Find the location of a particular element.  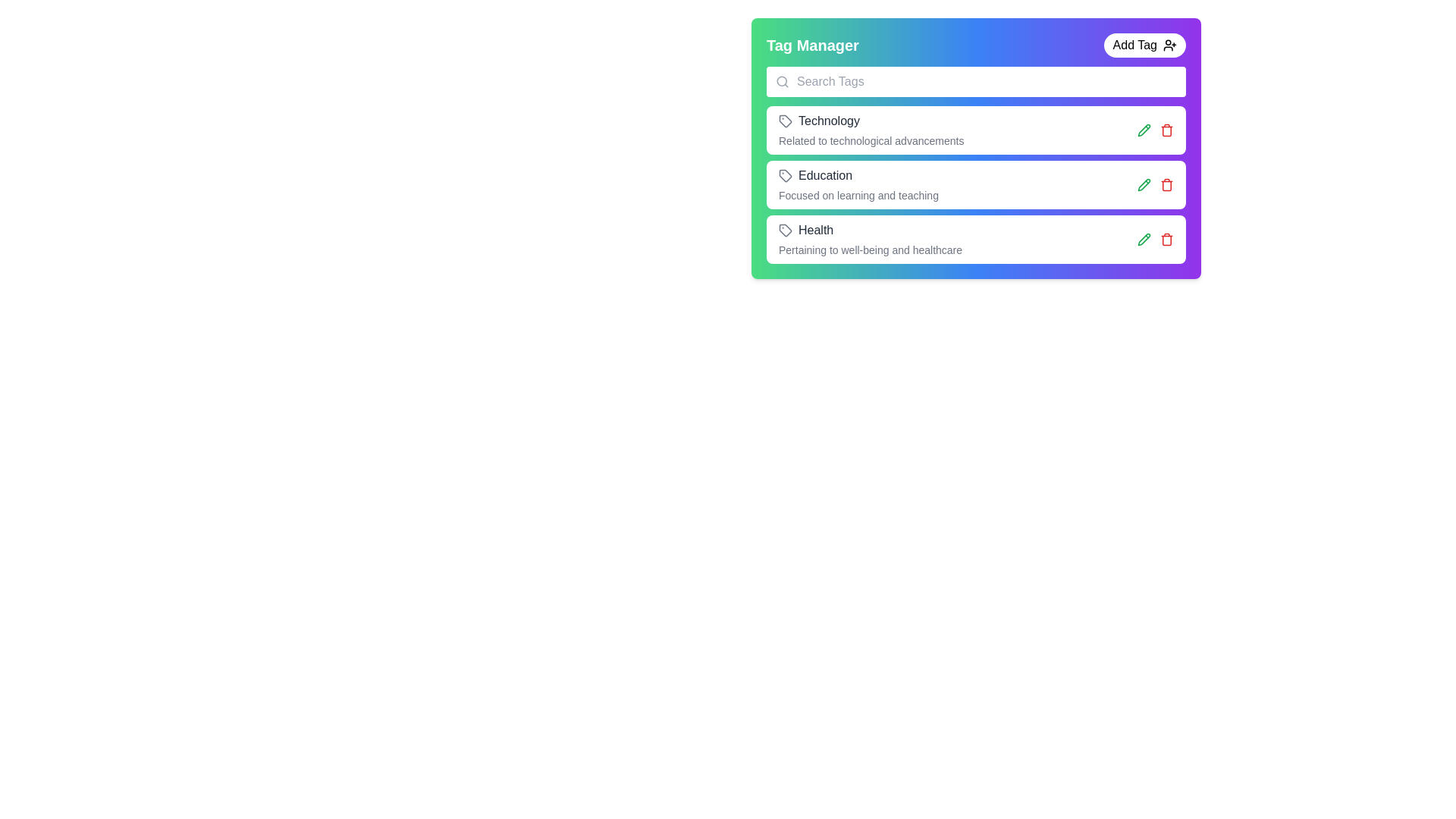

the tag icon associated with the 'Health' row in the Tag Manager section is located at coordinates (786, 231).